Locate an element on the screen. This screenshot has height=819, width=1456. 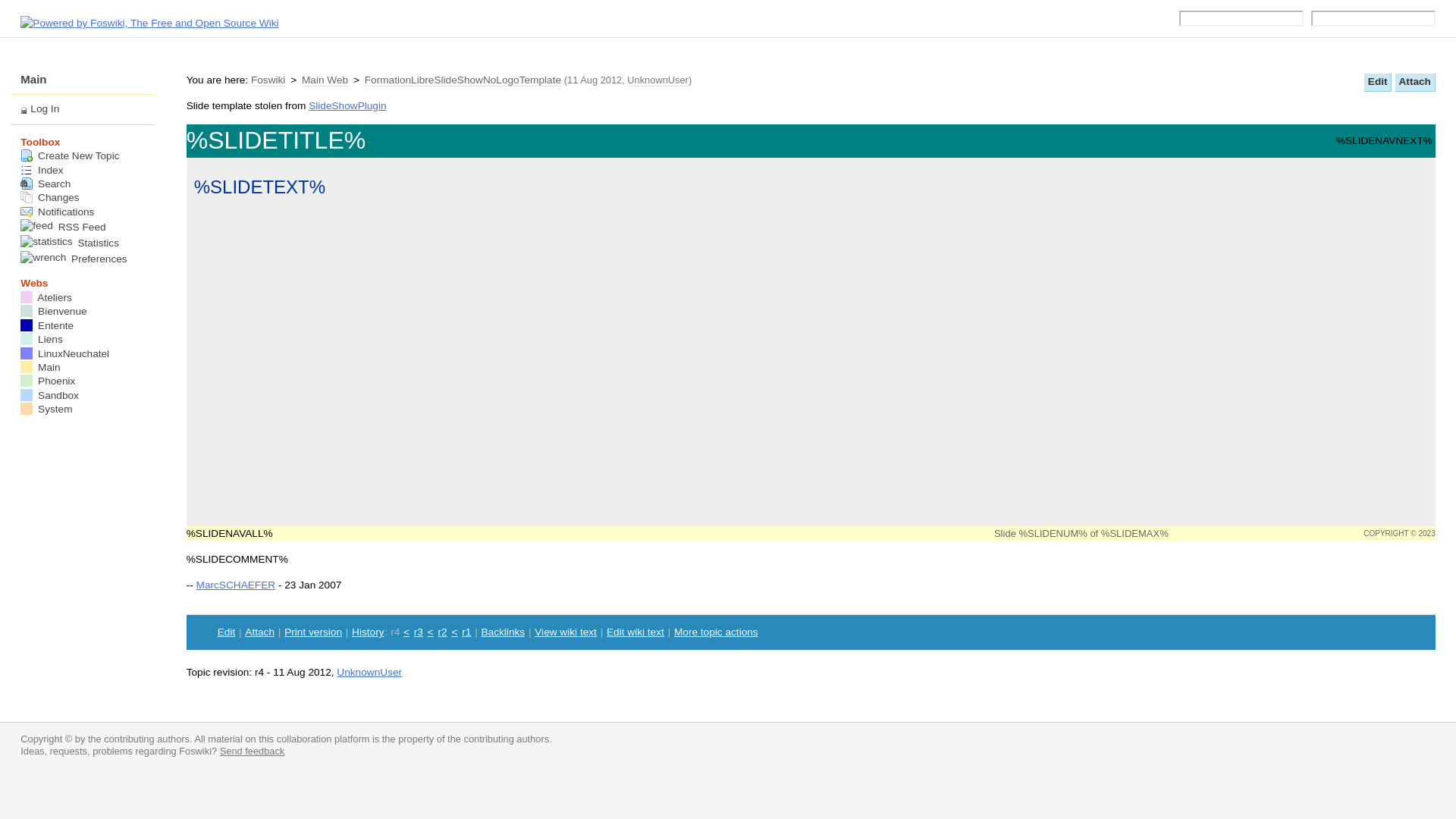
'Search' is located at coordinates (45, 183).